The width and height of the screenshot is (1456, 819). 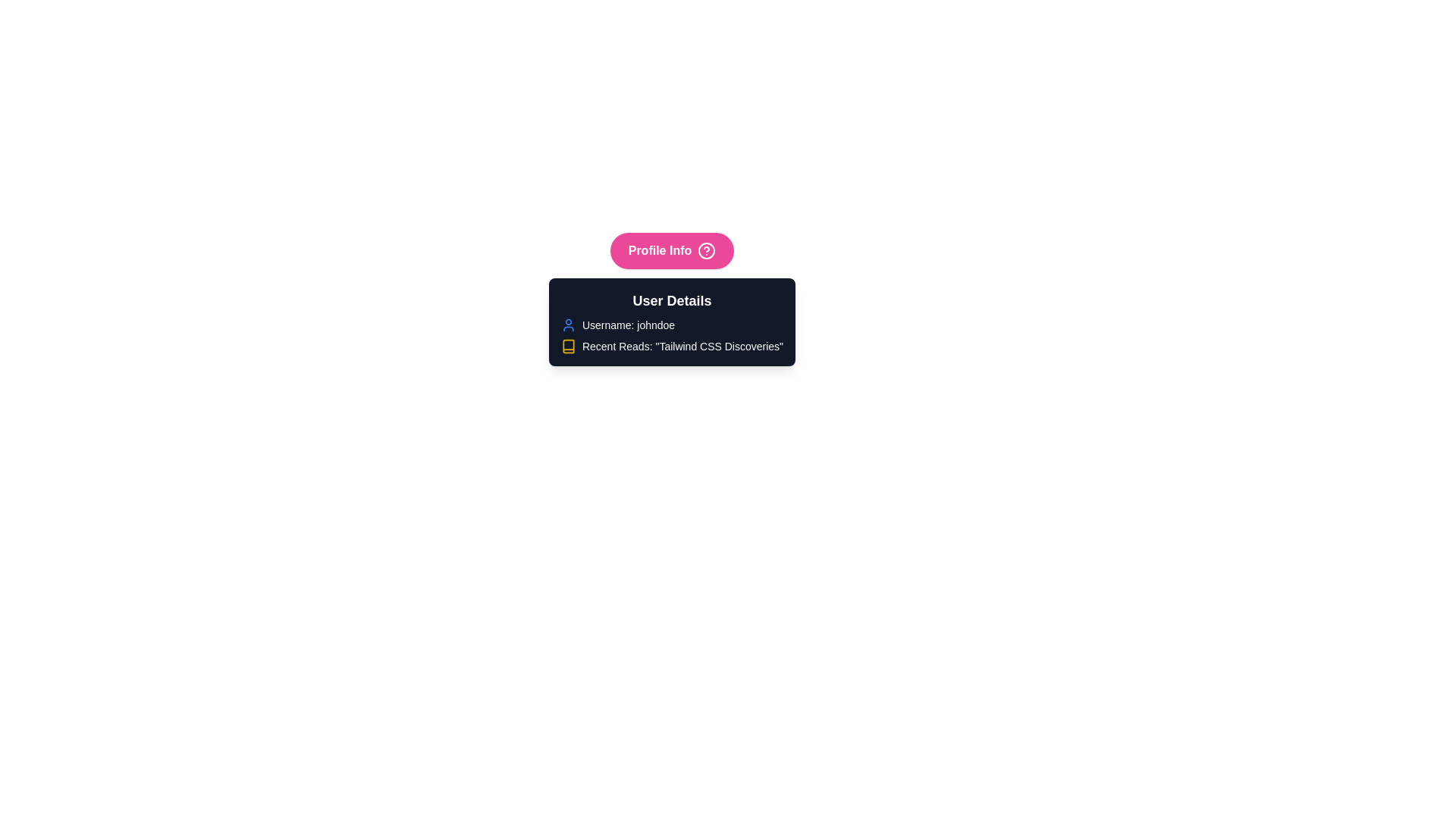 What do you see at coordinates (706, 250) in the screenshot?
I see `the SVG Circle located at the top-right inside the pink button labeled 'Profile Info', which is a circular visual with a thin border and no fill or text` at bounding box center [706, 250].